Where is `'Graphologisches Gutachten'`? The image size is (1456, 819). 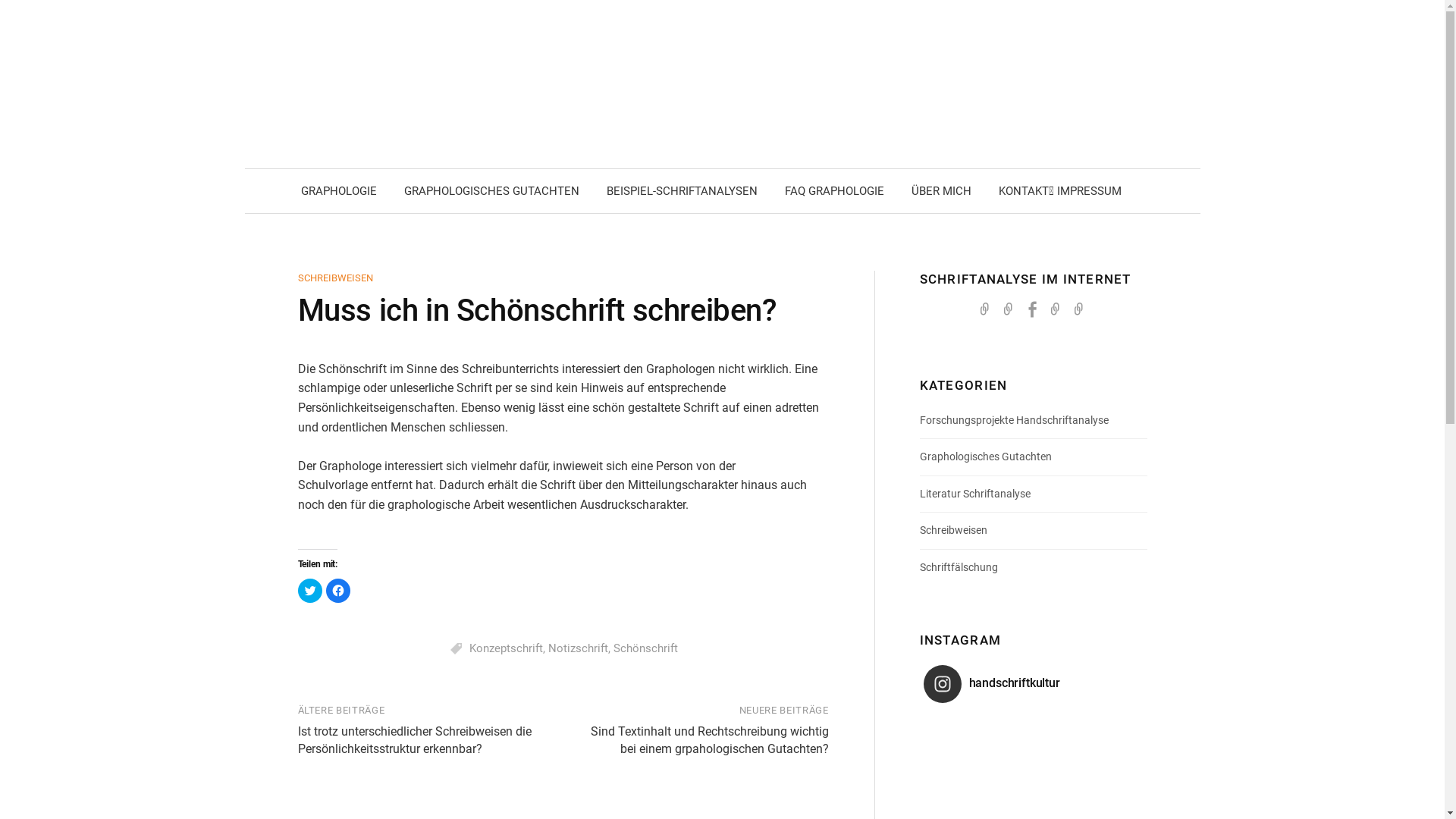 'Graphologisches Gutachten' is located at coordinates (986, 455).